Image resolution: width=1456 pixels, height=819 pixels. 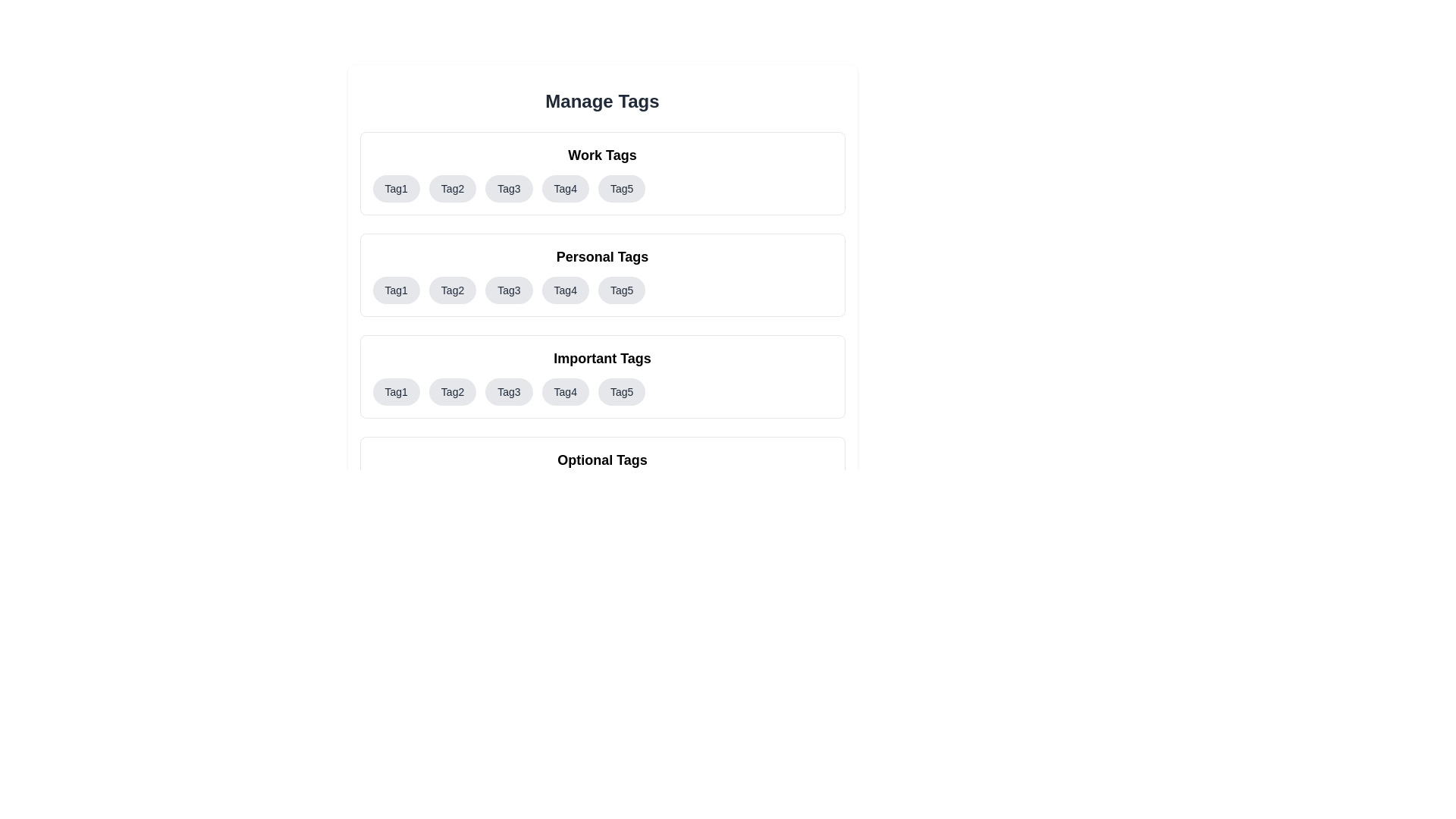 What do you see at coordinates (564, 391) in the screenshot?
I see `the fourth tag in the 'Important Tags' group` at bounding box center [564, 391].